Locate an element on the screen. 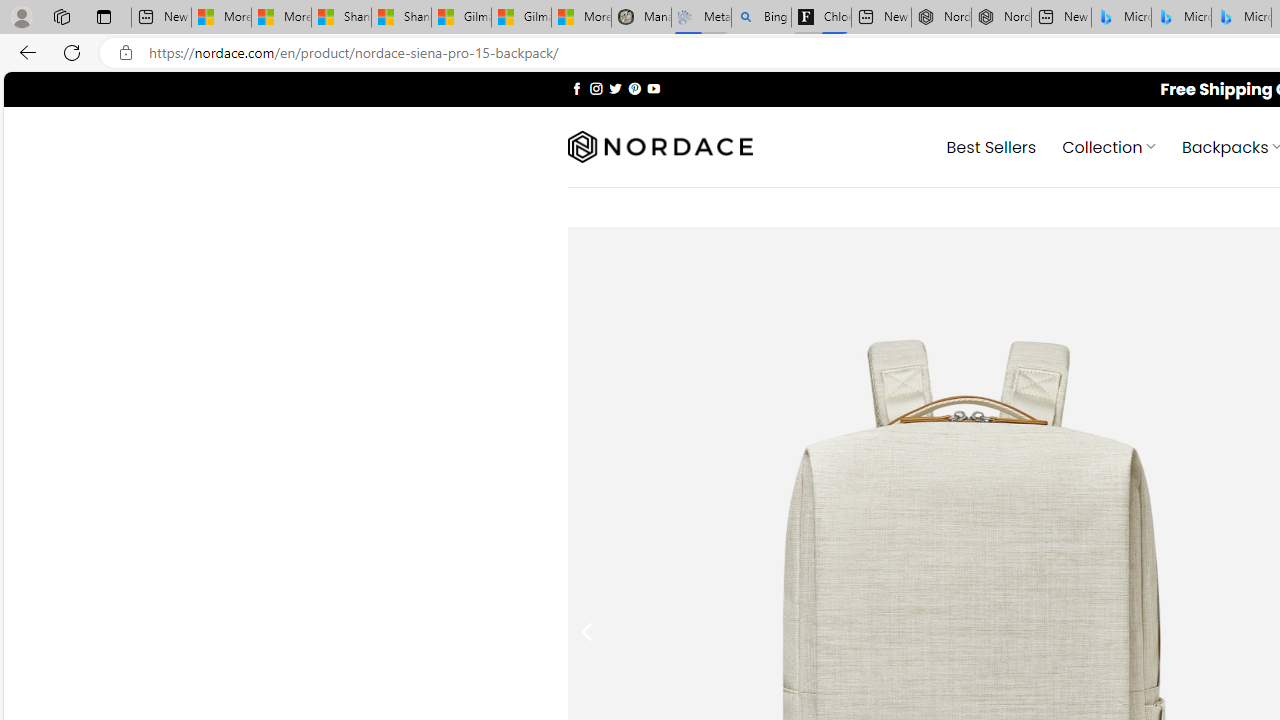  'Bing Real Estate - Home sales and rental listings' is located at coordinates (760, 17).